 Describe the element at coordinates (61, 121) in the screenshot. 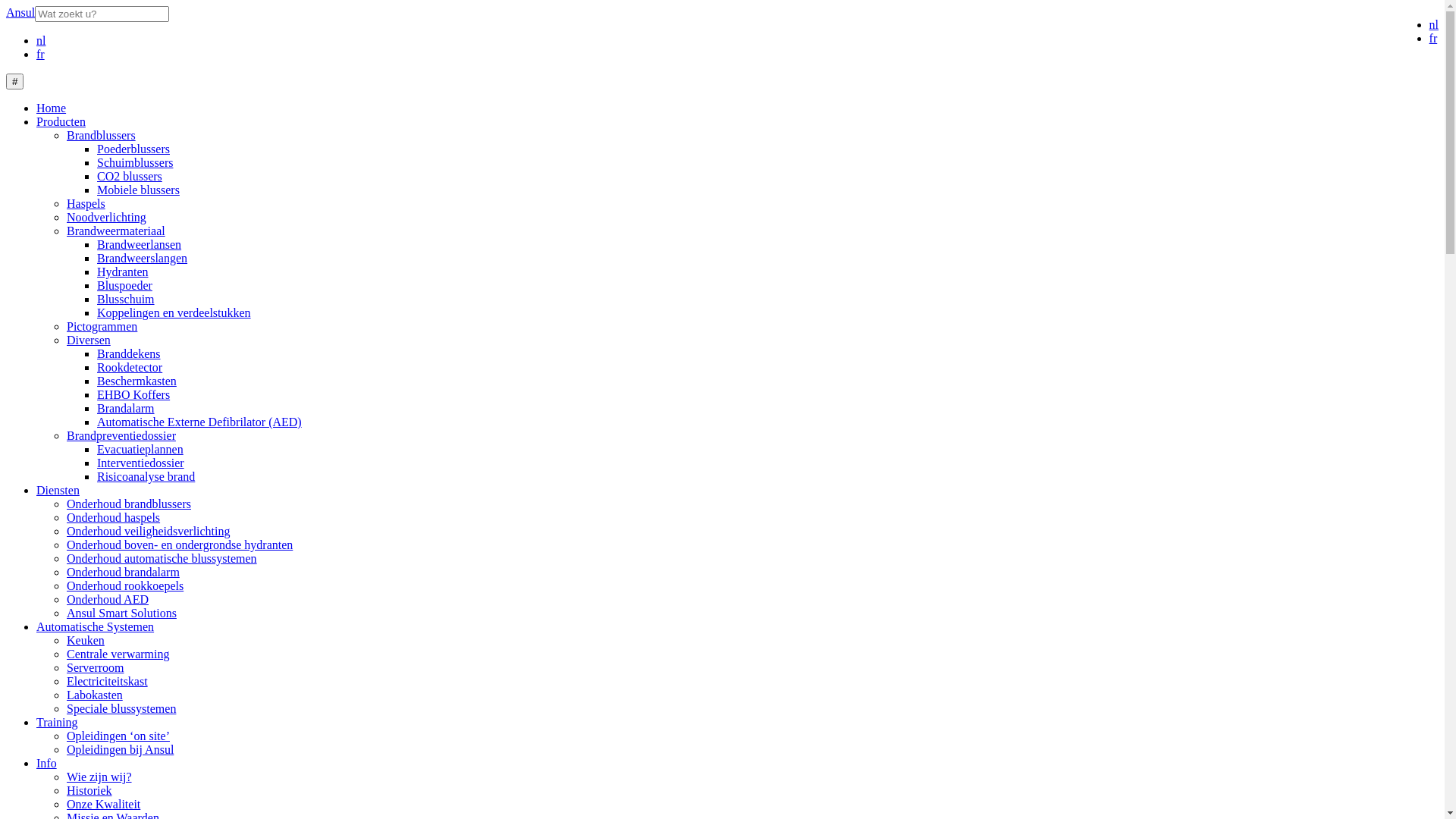

I see `'Producten'` at that location.